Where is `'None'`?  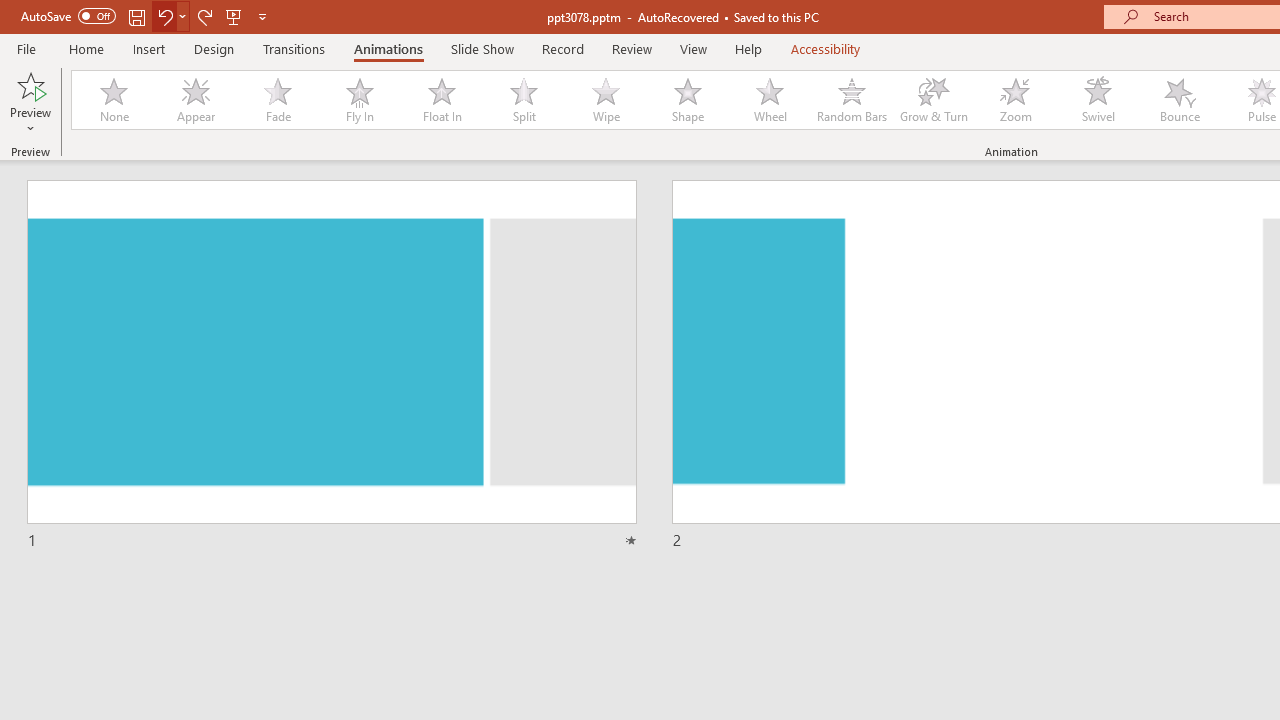 'None' is located at coordinates (112, 100).